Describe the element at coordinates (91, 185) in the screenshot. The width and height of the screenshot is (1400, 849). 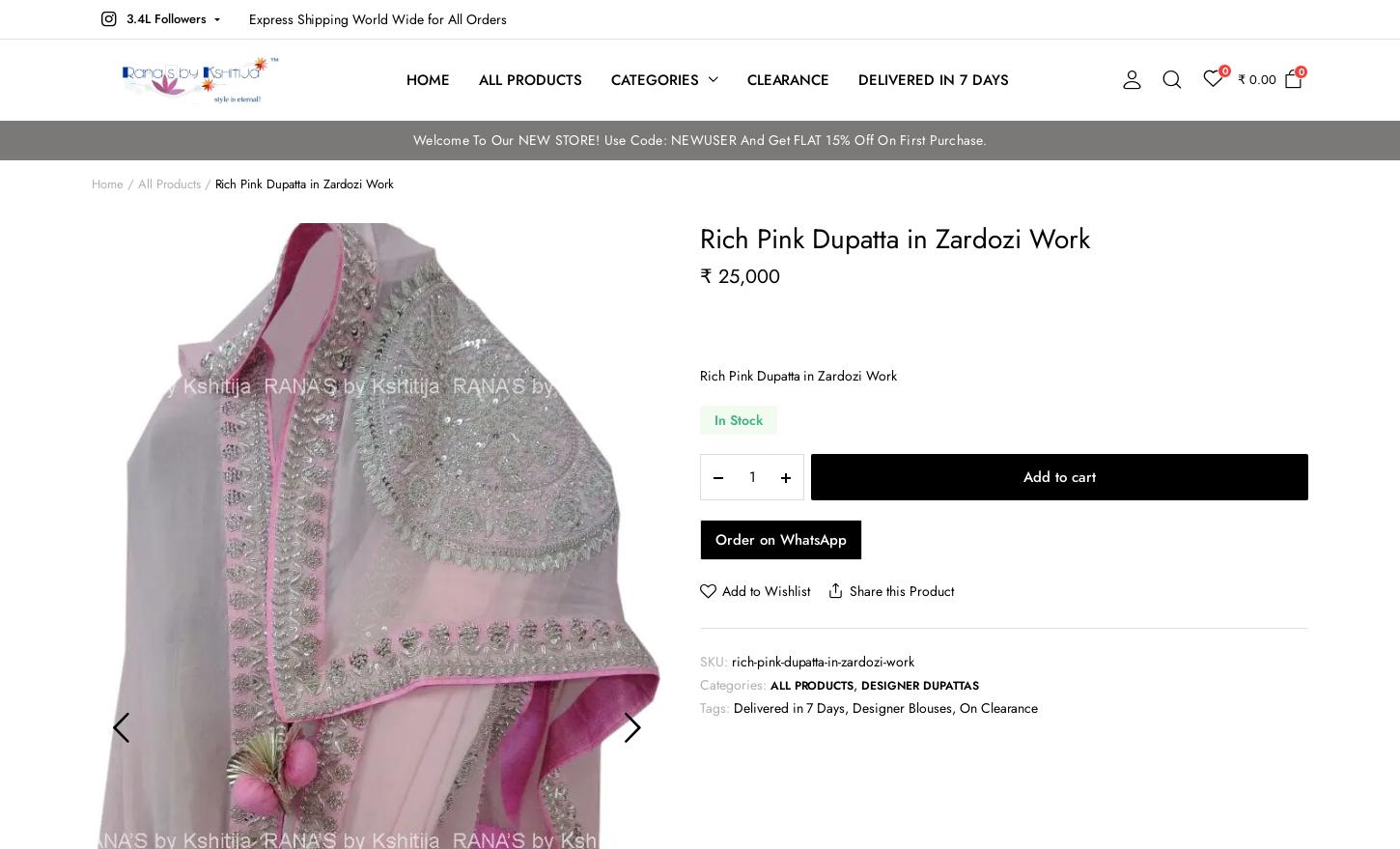
I see `'Embroidery: Zardozi'` at that location.